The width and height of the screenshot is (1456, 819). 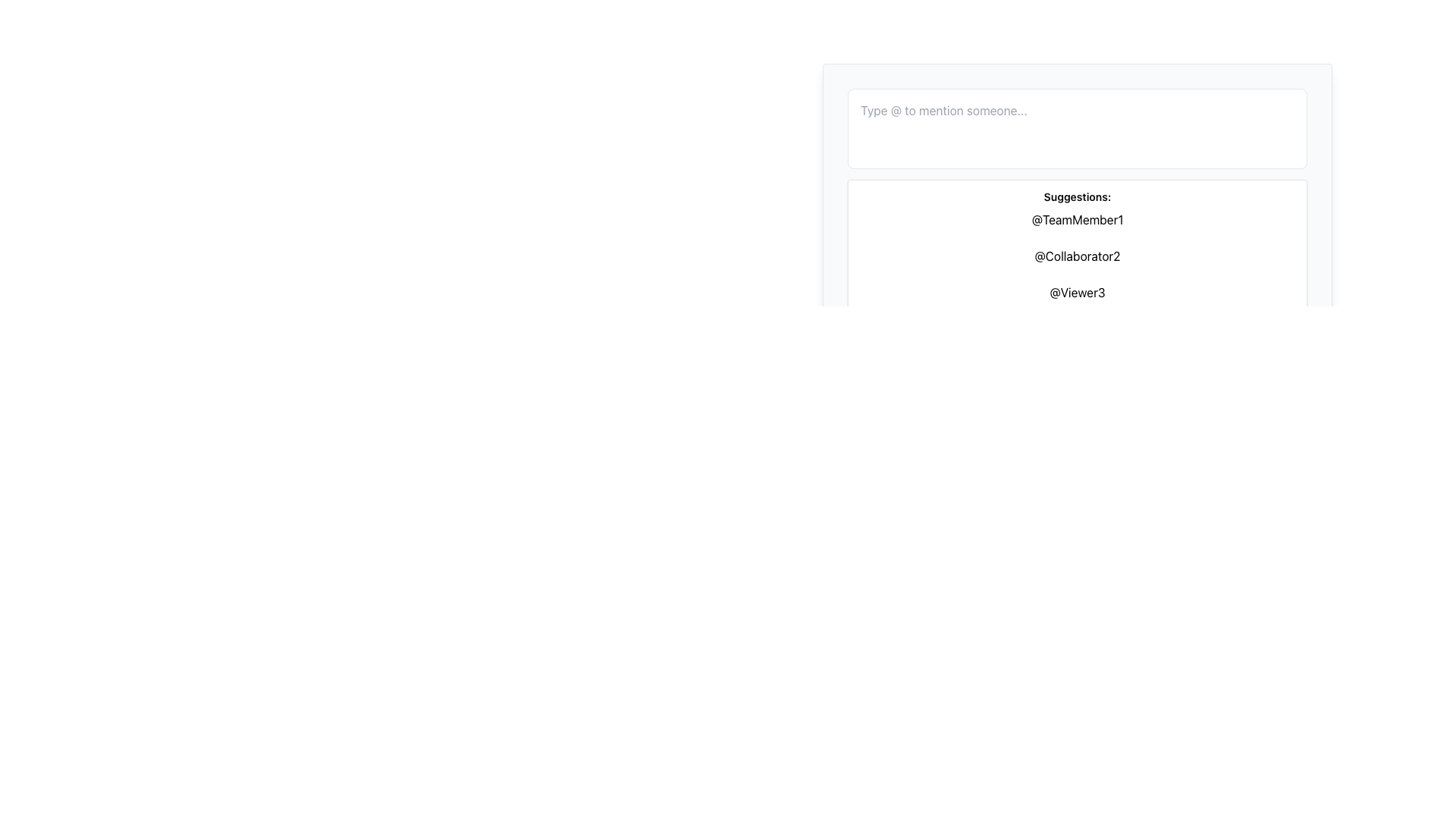 What do you see at coordinates (1076, 231) in the screenshot?
I see `the Suggestions dropdown` at bounding box center [1076, 231].